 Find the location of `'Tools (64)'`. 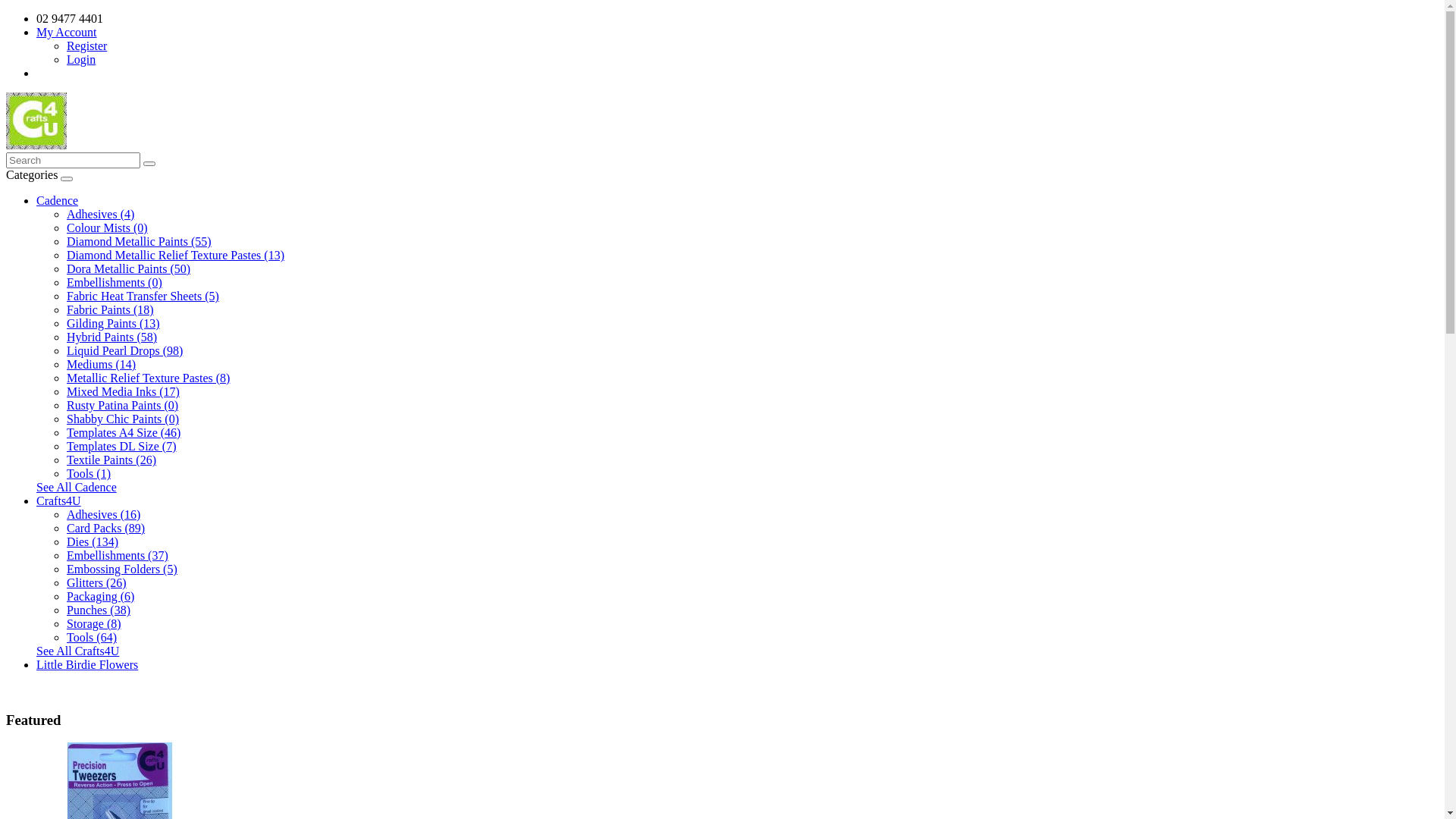

'Tools (64)' is located at coordinates (90, 637).